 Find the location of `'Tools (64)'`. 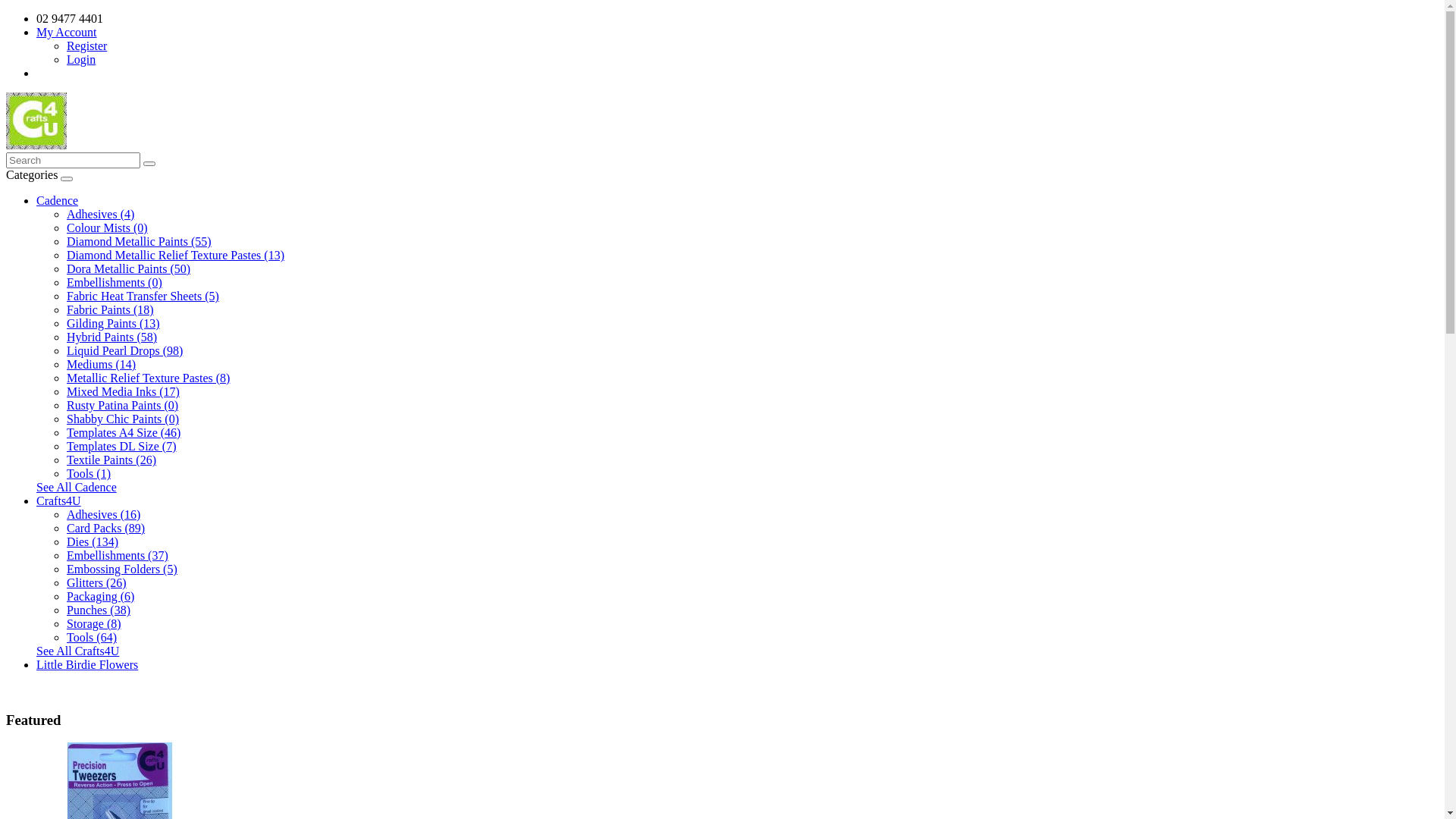

'Tools (64)' is located at coordinates (90, 637).